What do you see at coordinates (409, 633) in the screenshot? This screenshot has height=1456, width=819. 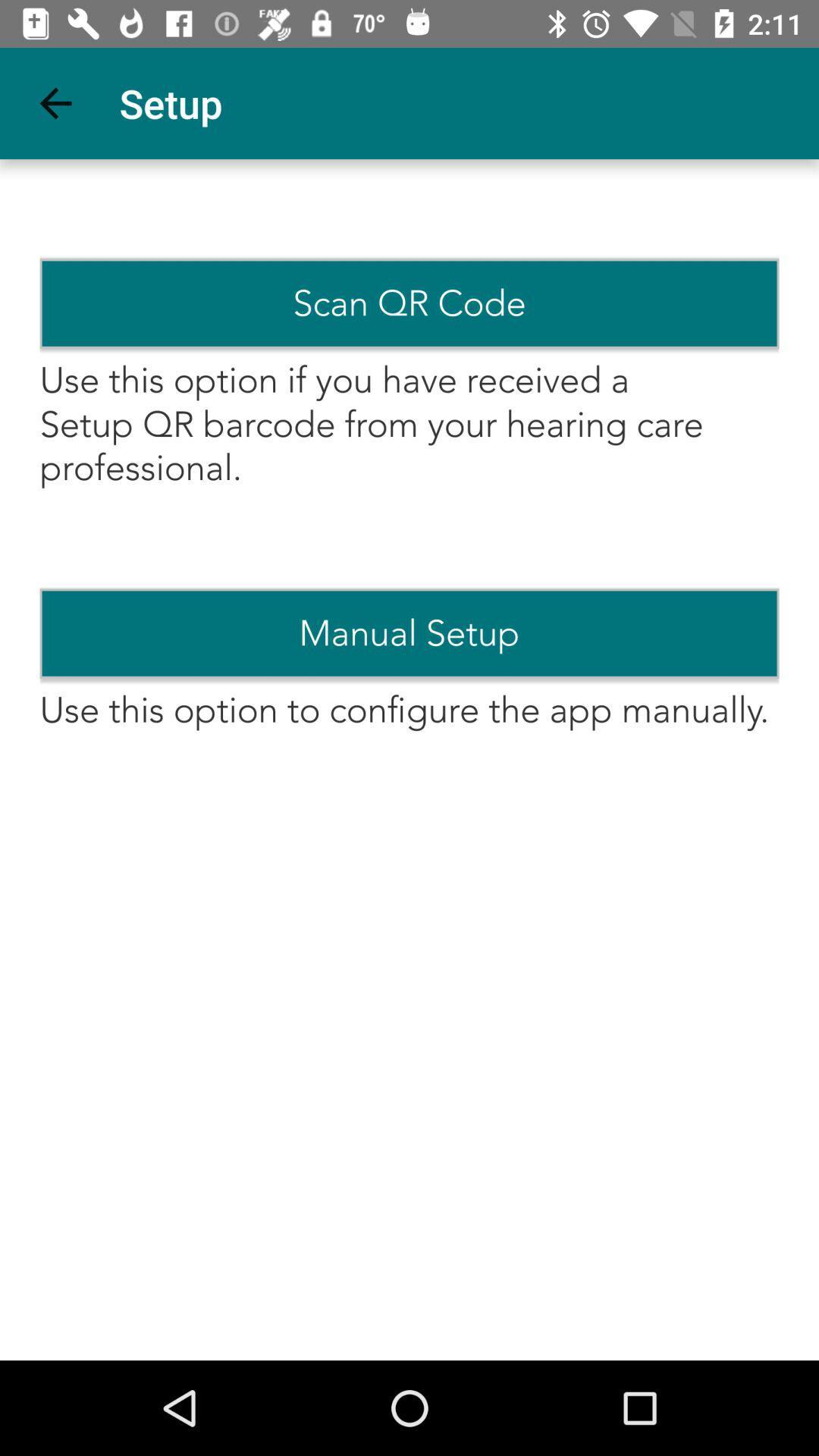 I see `item below use this option item` at bounding box center [409, 633].